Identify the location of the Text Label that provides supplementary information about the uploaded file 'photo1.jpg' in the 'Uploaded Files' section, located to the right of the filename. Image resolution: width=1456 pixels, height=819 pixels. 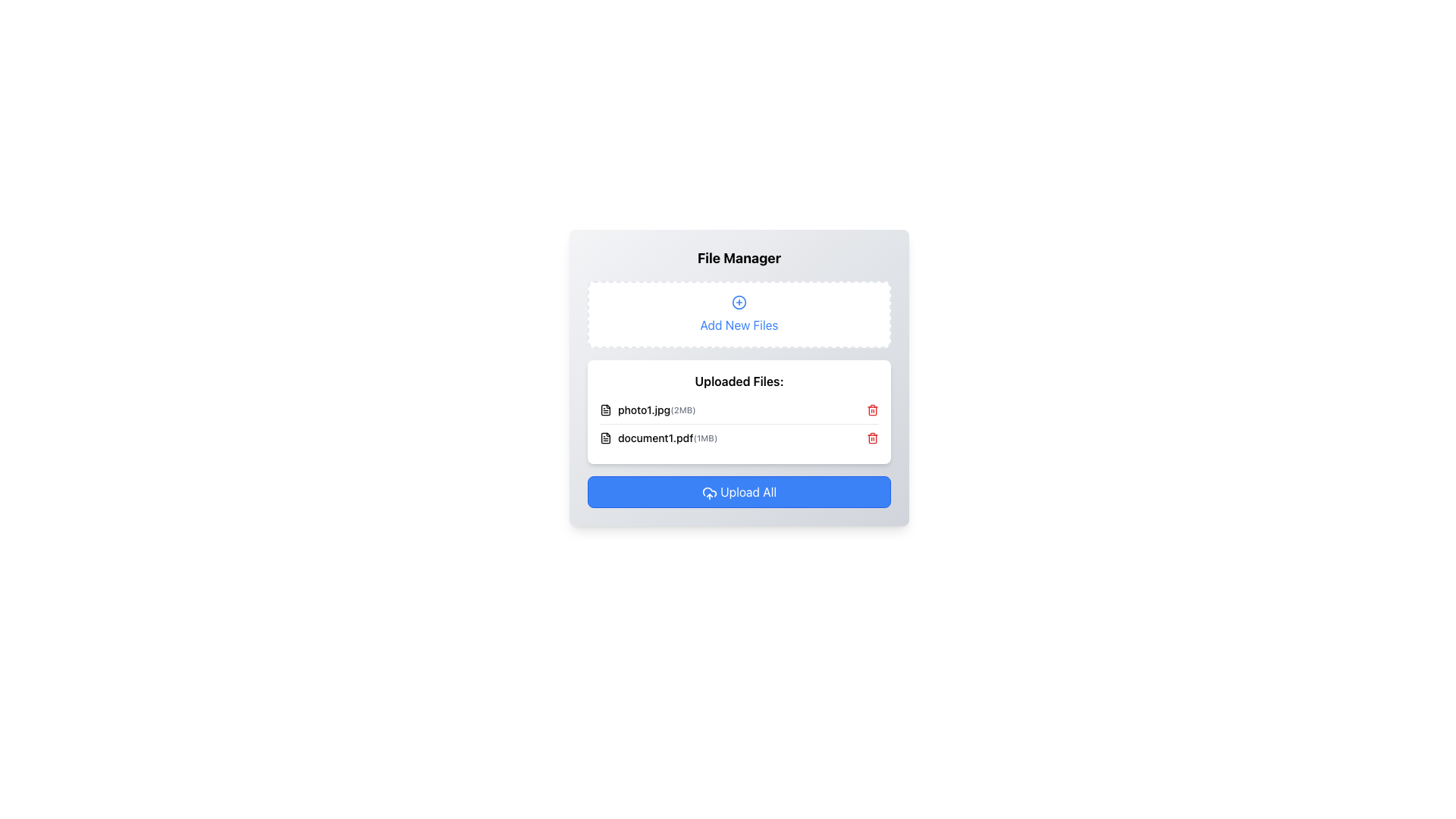
(682, 409).